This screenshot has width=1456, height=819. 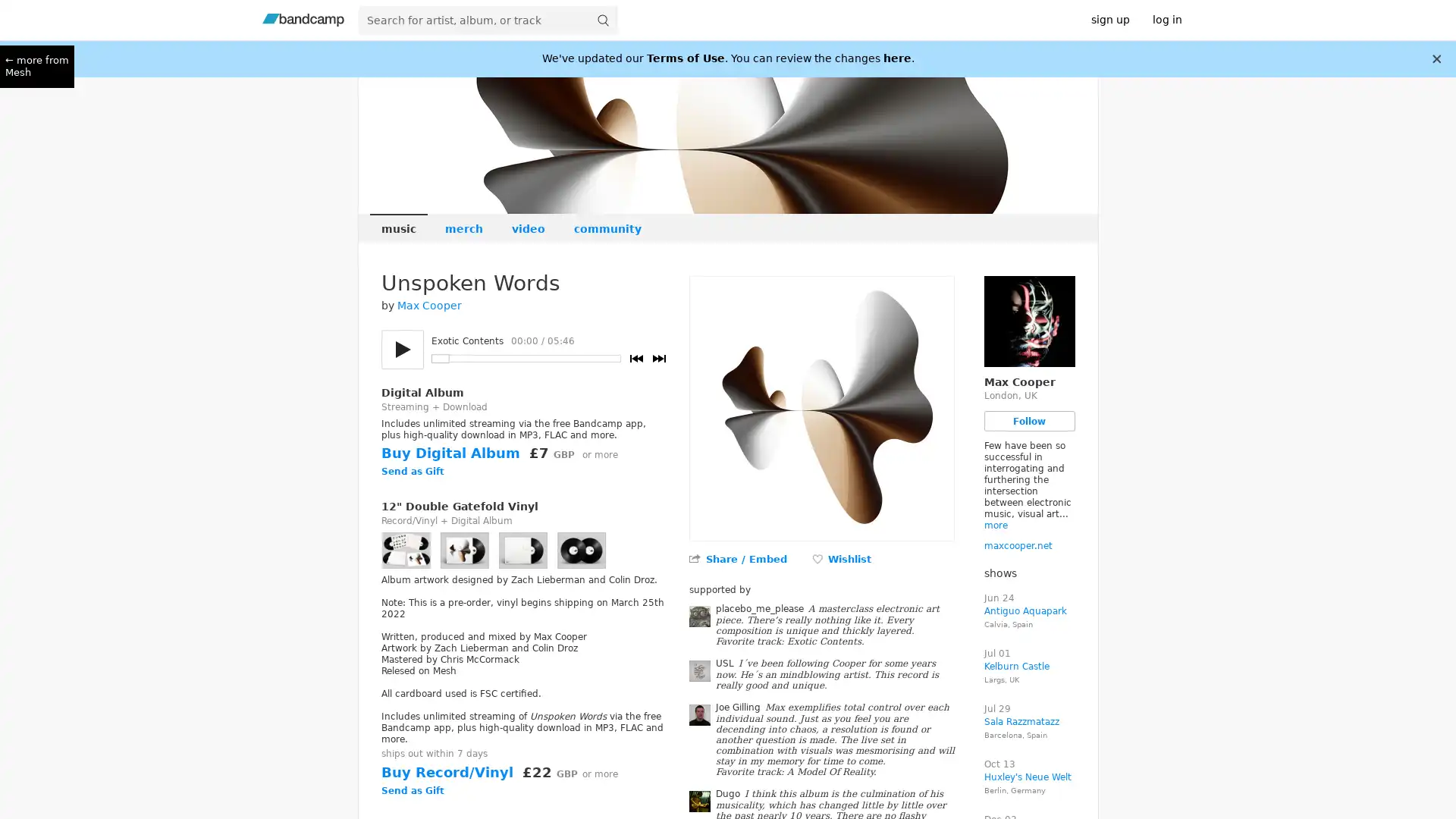 What do you see at coordinates (412, 791) in the screenshot?
I see `Send as Gift` at bounding box center [412, 791].